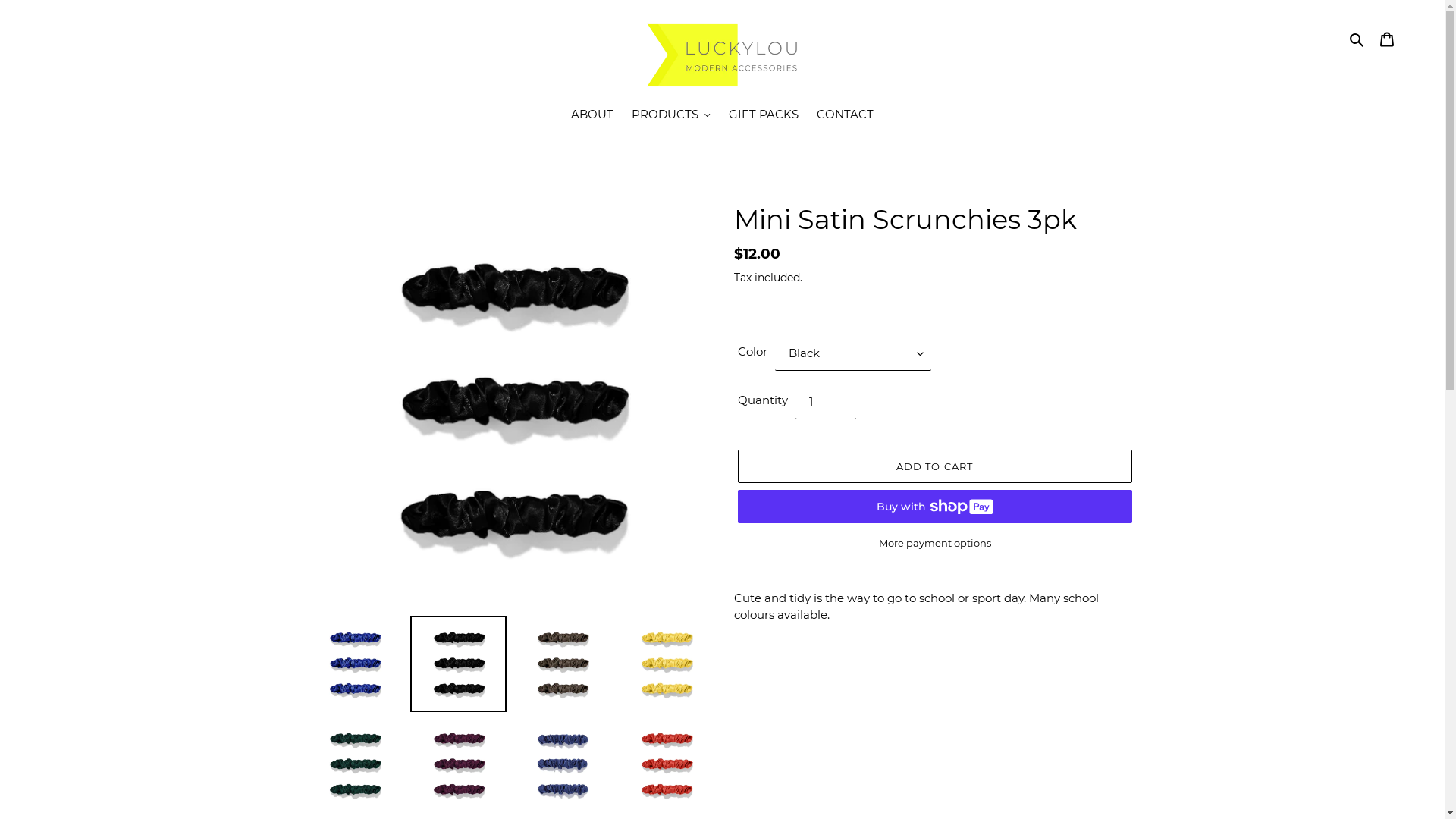  Describe the element at coordinates (591, 115) in the screenshot. I see `'ABOUT'` at that location.